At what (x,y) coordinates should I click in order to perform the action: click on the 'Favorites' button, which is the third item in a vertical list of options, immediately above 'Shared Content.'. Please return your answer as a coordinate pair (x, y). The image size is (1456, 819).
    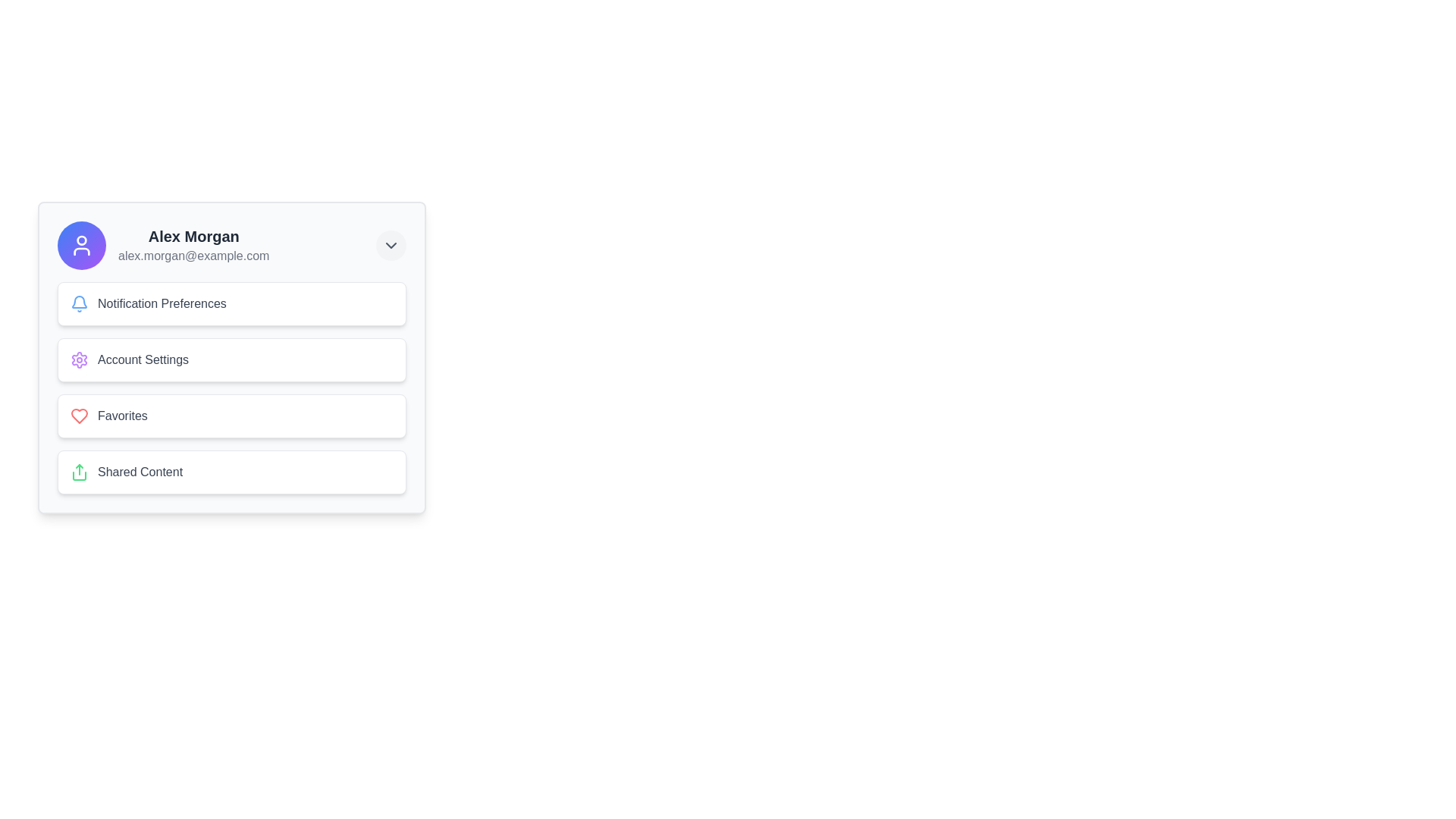
    Looking at the image, I should click on (231, 416).